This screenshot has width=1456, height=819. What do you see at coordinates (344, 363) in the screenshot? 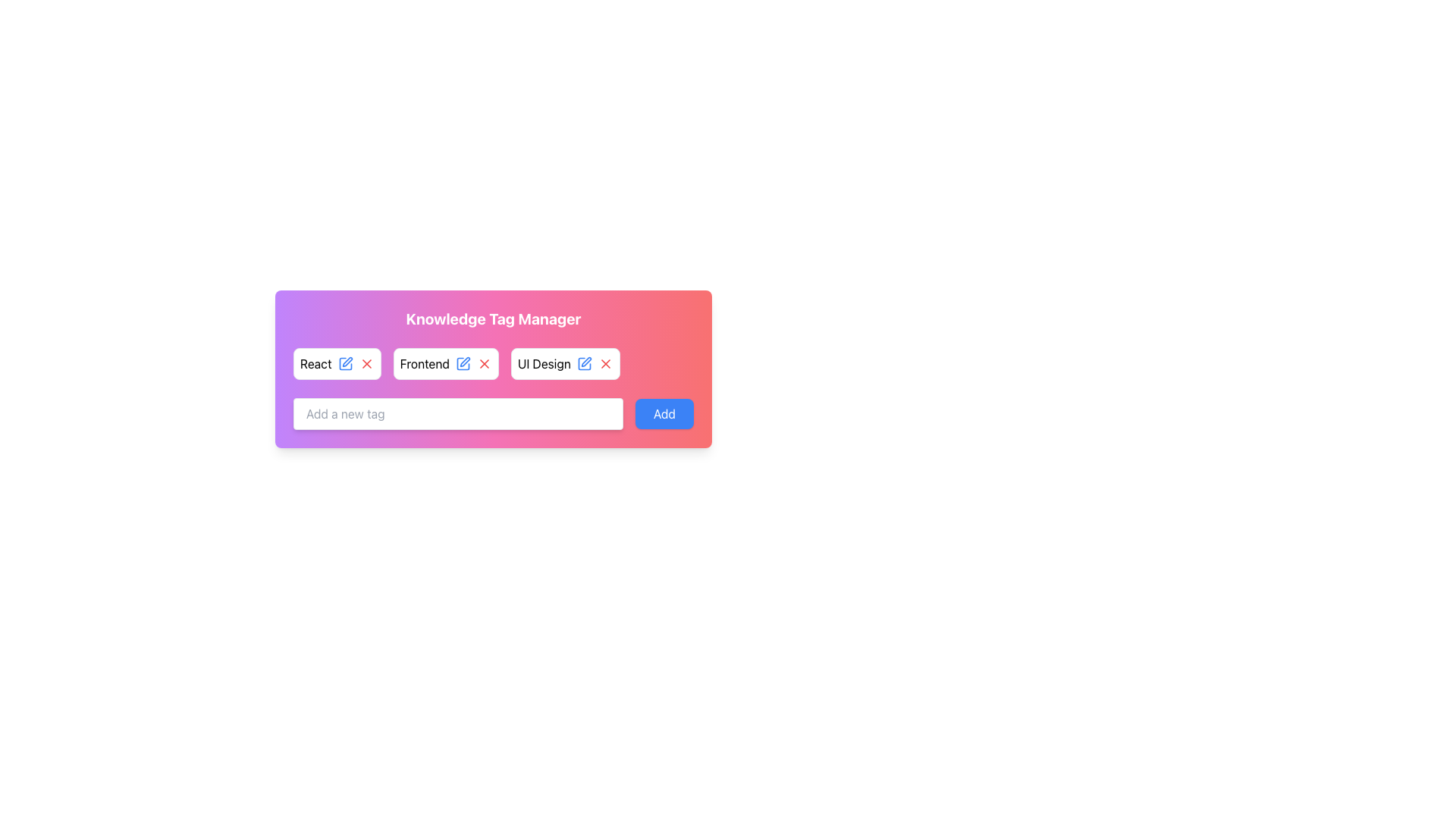
I see `the blue edit icon located to the right of the 'React' tag label to initiate editing the tag` at bounding box center [344, 363].